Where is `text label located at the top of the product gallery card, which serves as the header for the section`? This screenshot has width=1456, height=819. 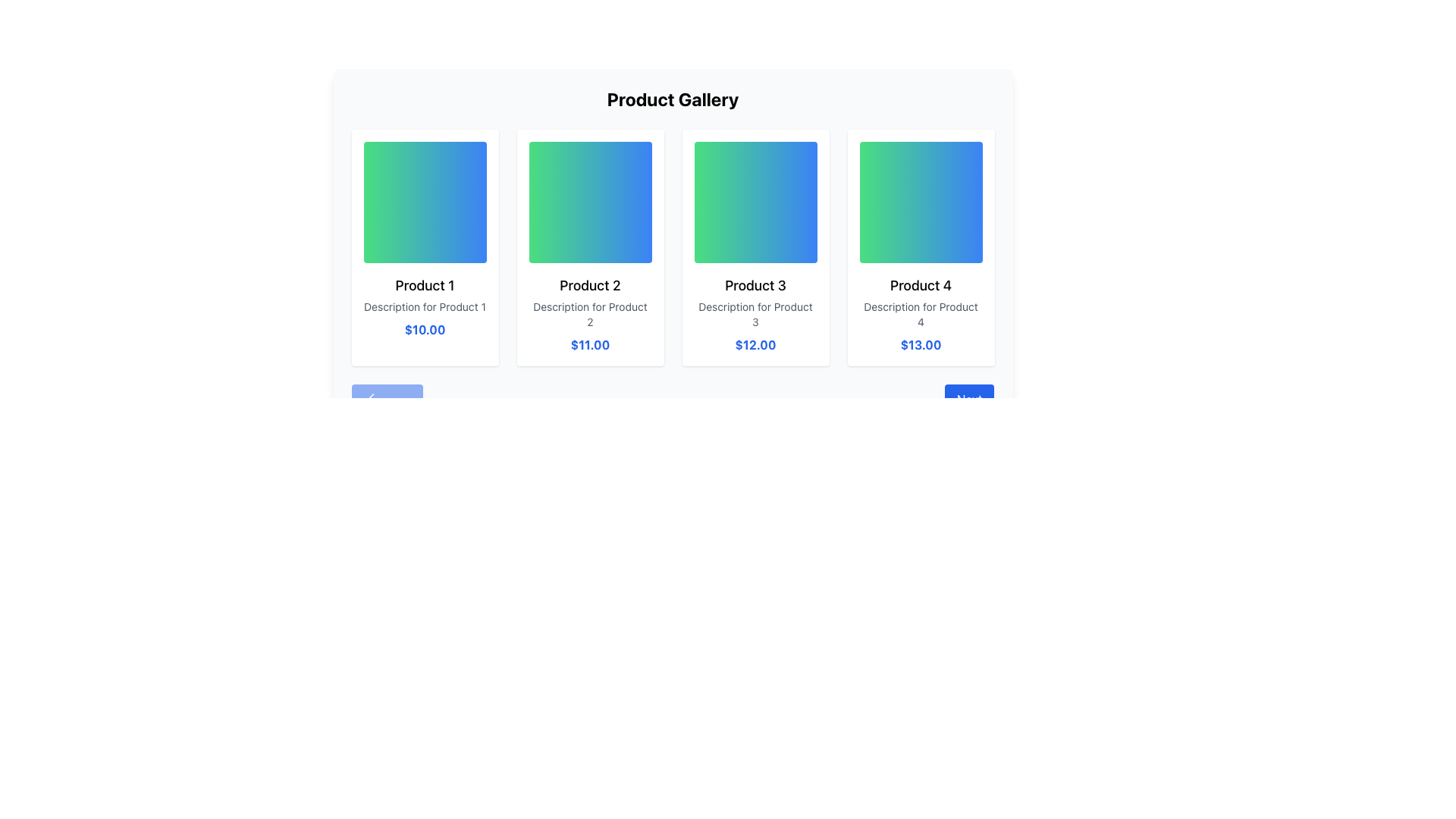
text label located at the top of the product gallery card, which serves as the header for the section is located at coordinates (672, 99).